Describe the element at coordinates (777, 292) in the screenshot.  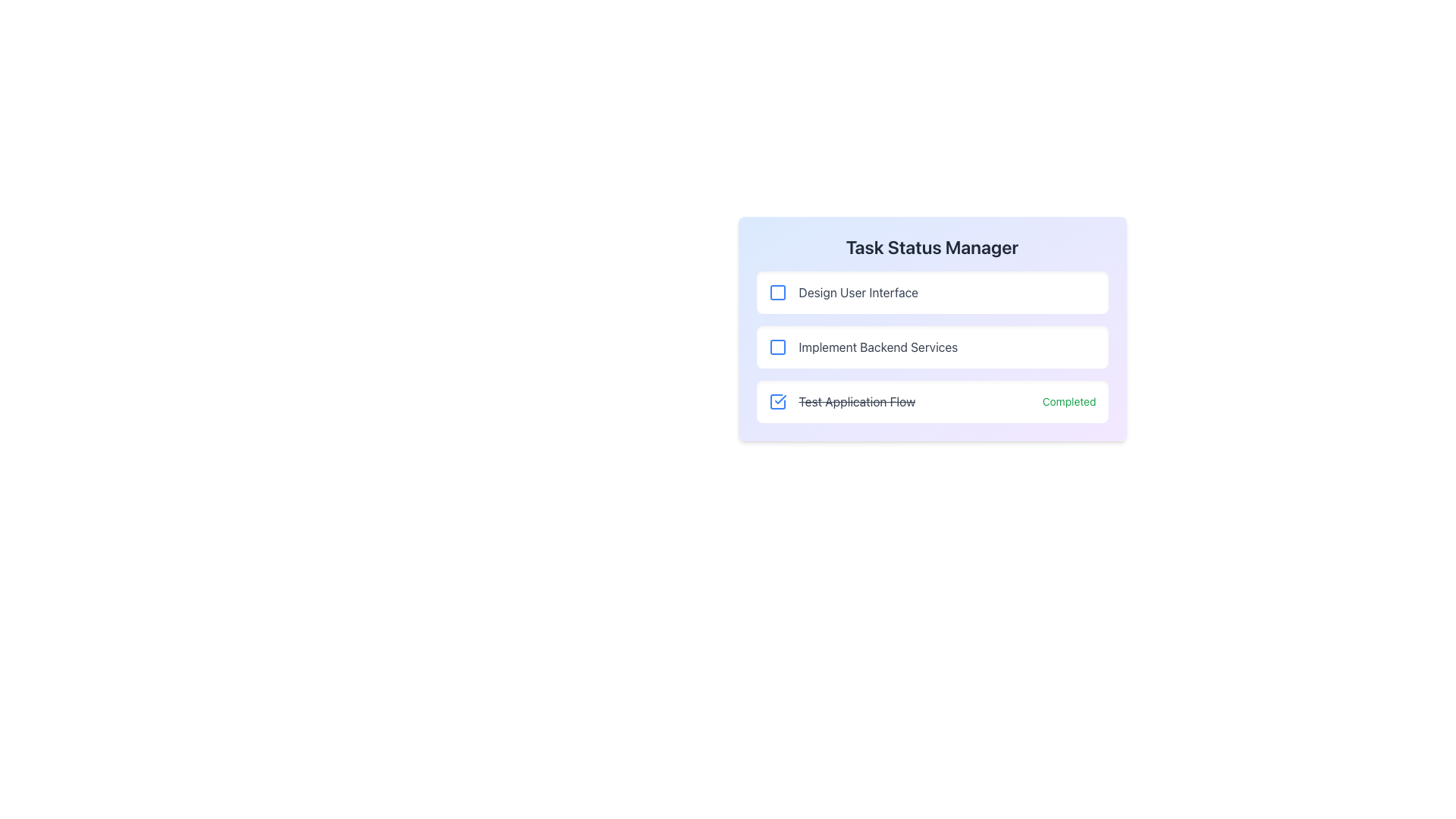
I see `the checkbox with a blue border next to the text 'Design User Interface'` at that location.